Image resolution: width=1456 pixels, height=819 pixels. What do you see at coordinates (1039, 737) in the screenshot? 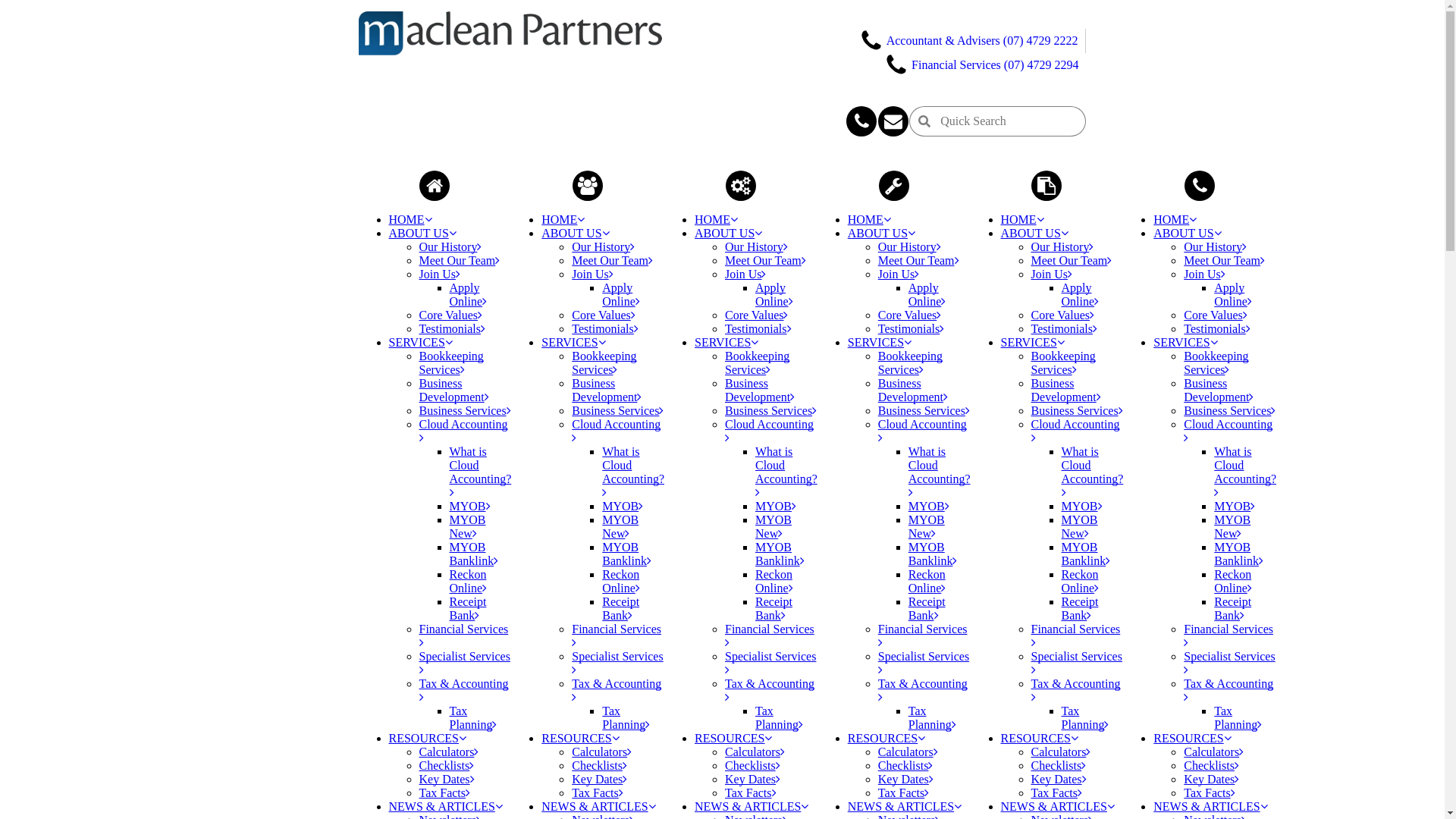
I see `'RESOURCES'` at bounding box center [1039, 737].